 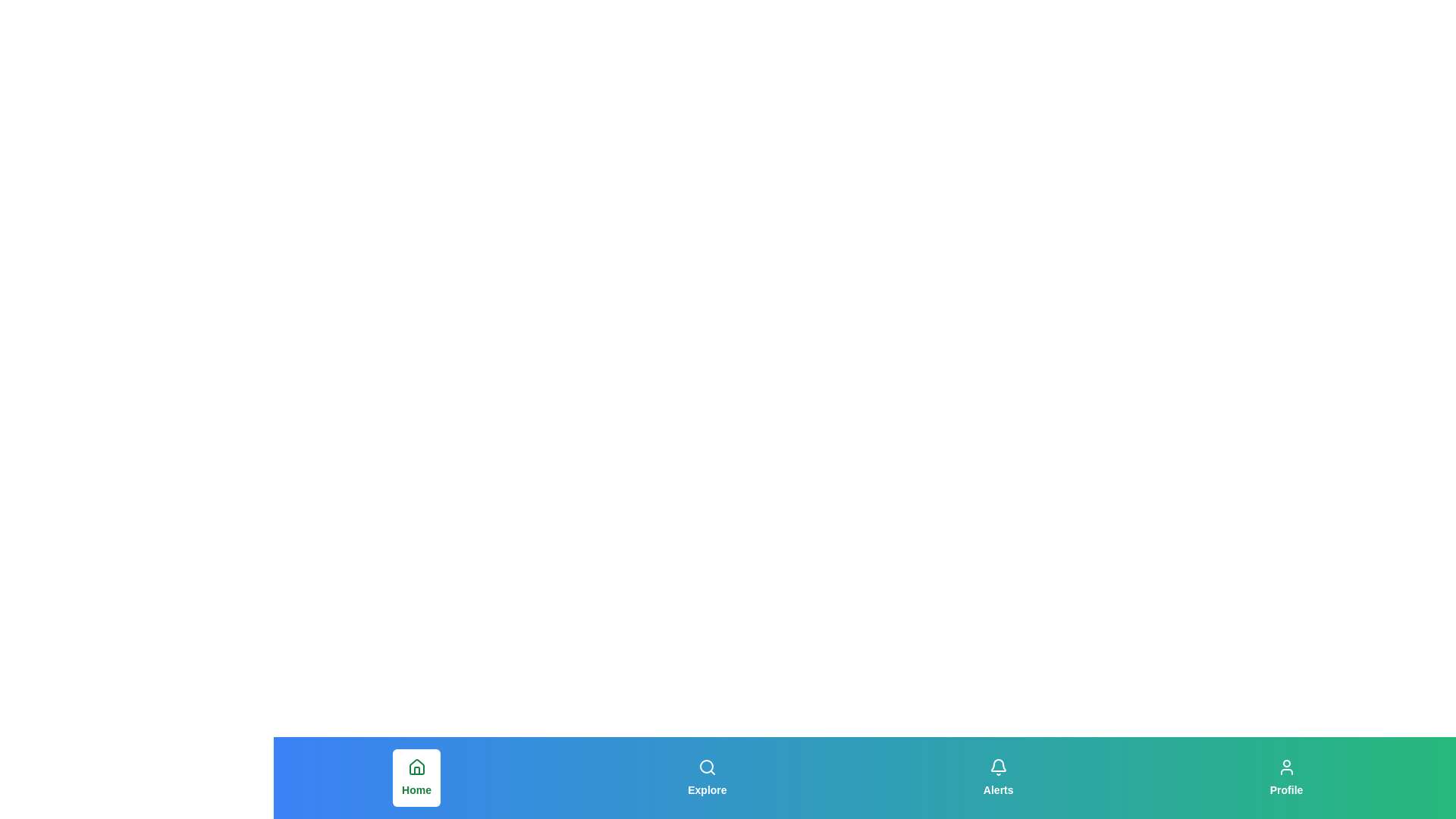 What do you see at coordinates (1285, 778) in the screenshot?
I see `the button labeled 'Profile' to observe its hover effect` at bounding box center [1285, 778].